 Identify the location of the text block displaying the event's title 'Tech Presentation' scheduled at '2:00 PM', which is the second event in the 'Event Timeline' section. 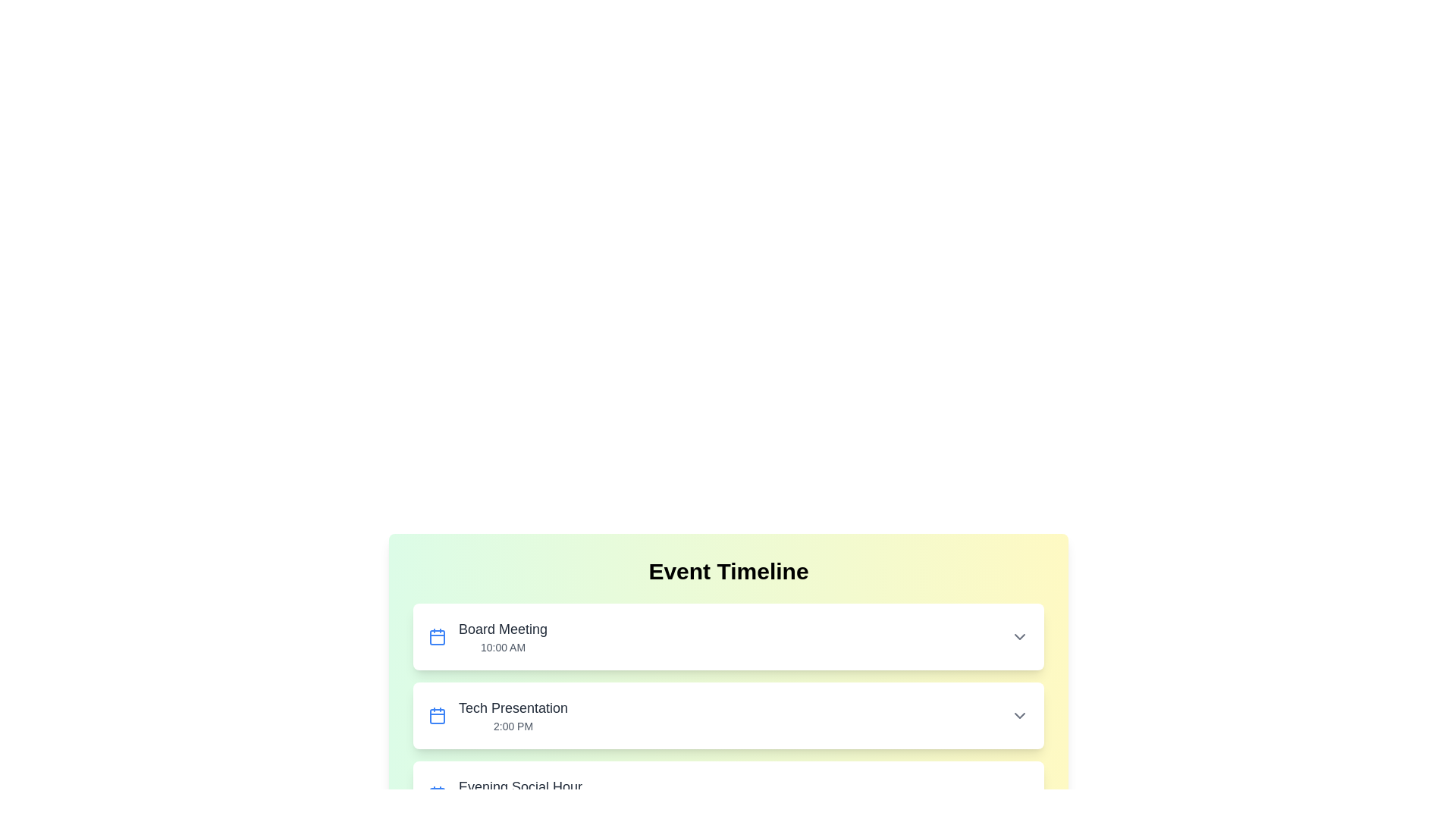
(513, 716).